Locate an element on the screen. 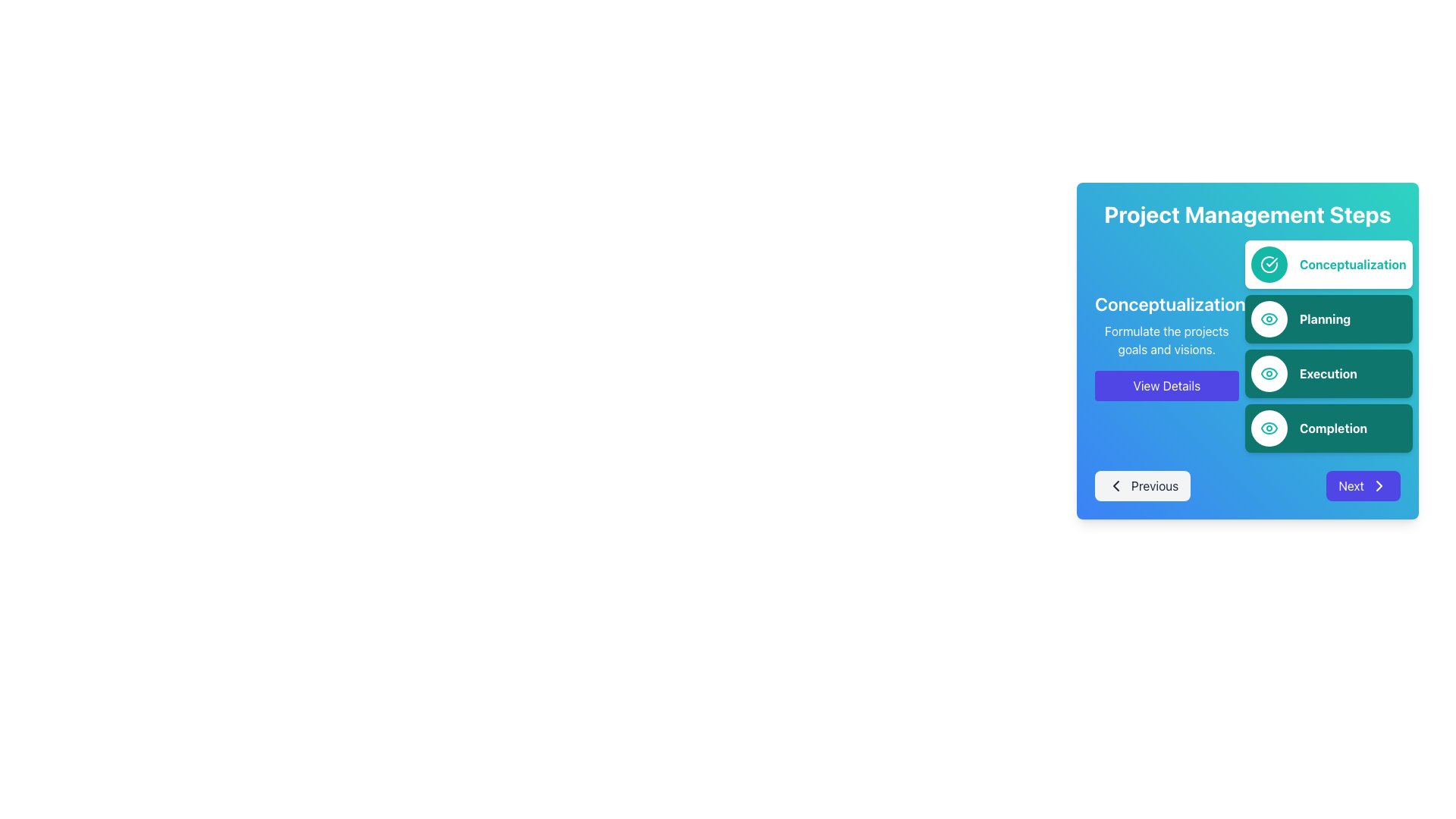 The image size is (1456, 819). the 'Conceptualization' button, which is the first element in the vertical sequence of project management phases, styled with a white background, teal text, and a checkmark icon is located at coordinates (1328, 263).